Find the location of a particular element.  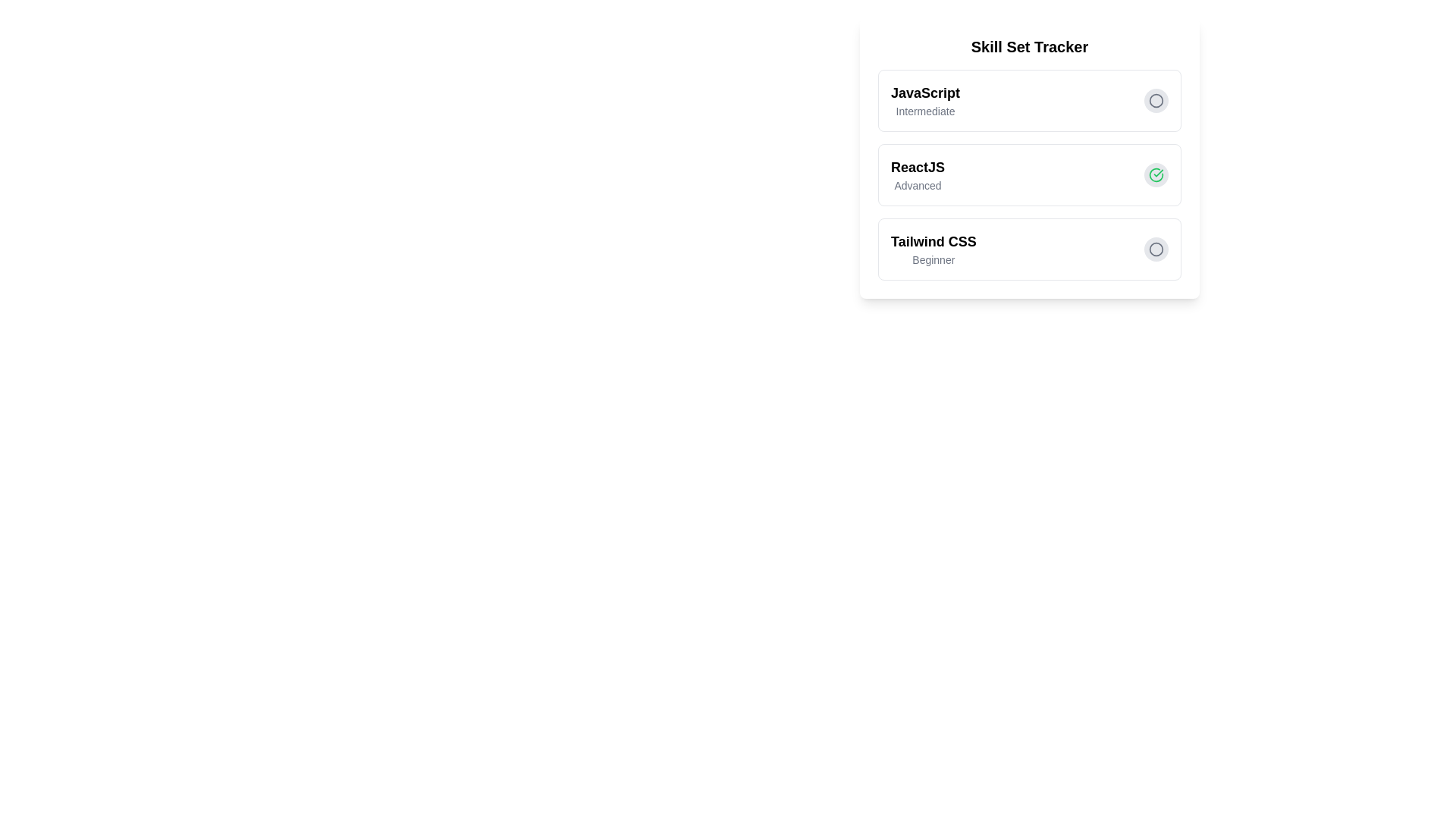

the adjacent elements in the 'Skill Set Tracker' list, starting from the title of the third skill item, which is indicated by the textual label before 'Beginner' is located at coordinates (933, 241).